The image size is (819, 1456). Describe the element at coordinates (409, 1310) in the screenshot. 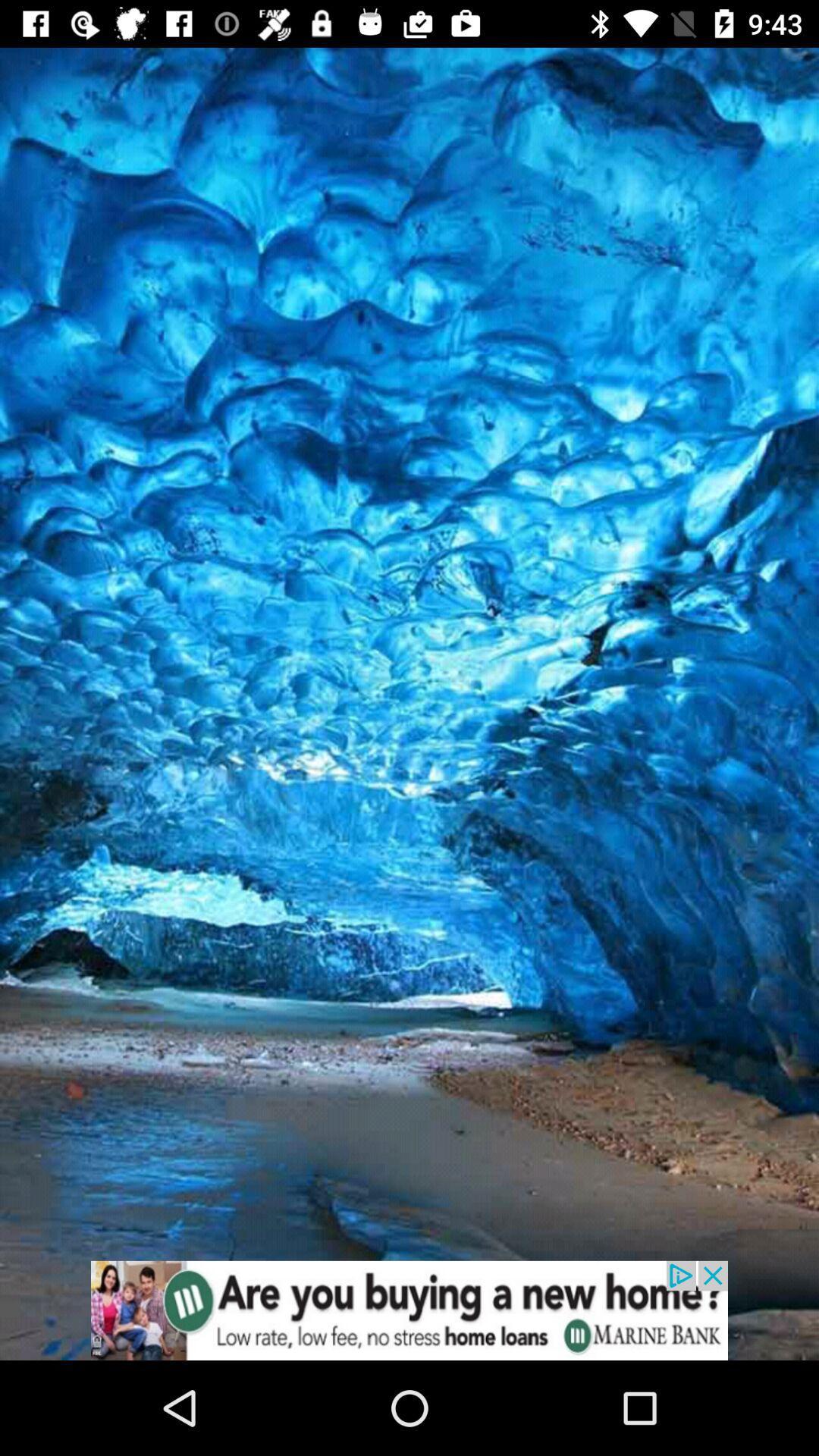

I see `share the article` at that location.